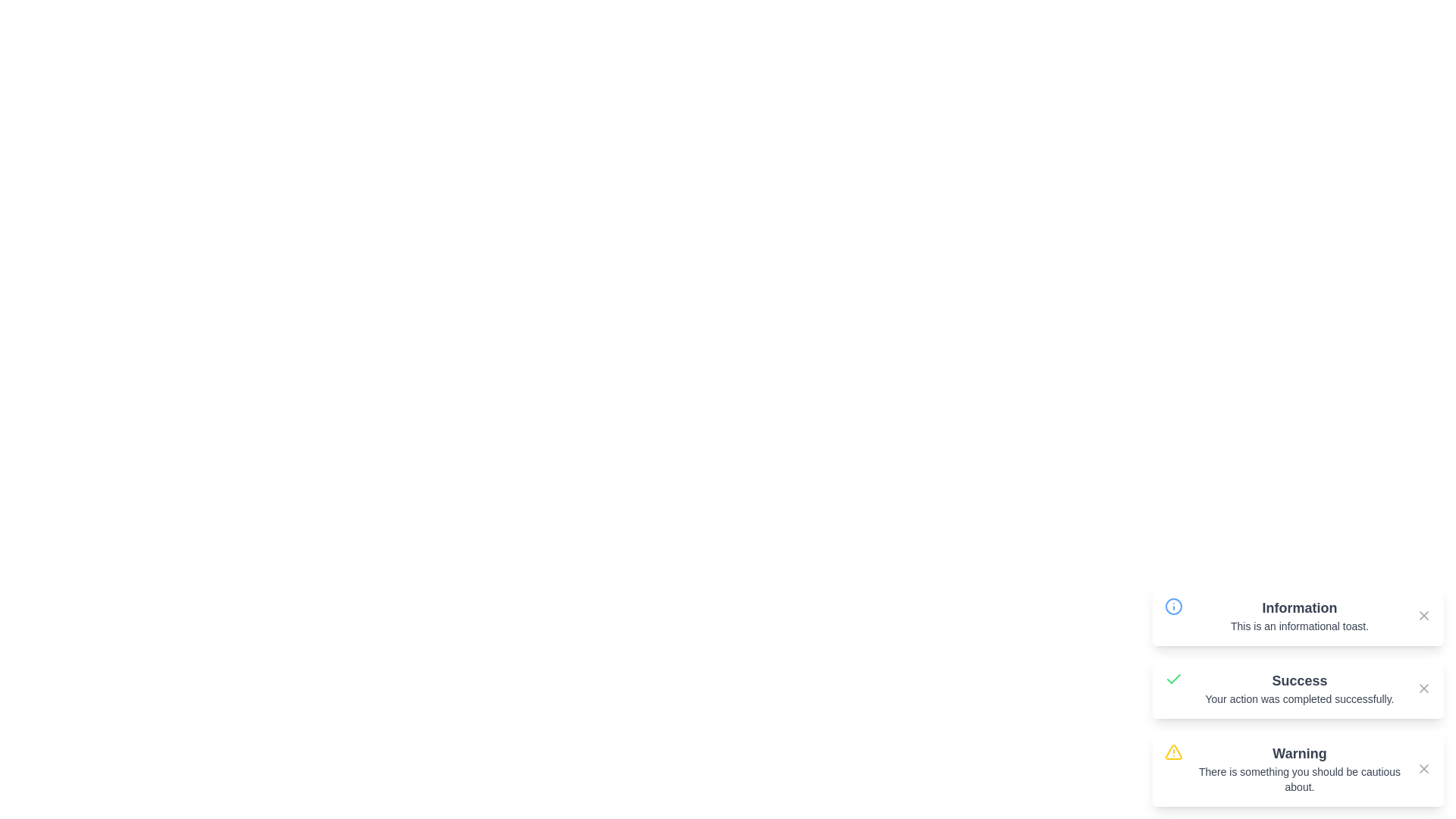 Image resolution: width=1456 pixels, height=819 pixels. What do you see at coordinates (1172, 752) in the screenshot?
I see `the warning icon associated with the 'Warning There is something you should be cautious about.' message in the third toast notification on the right-hand side of the interface for contextual meaning` at bounding box center [1172, 752].